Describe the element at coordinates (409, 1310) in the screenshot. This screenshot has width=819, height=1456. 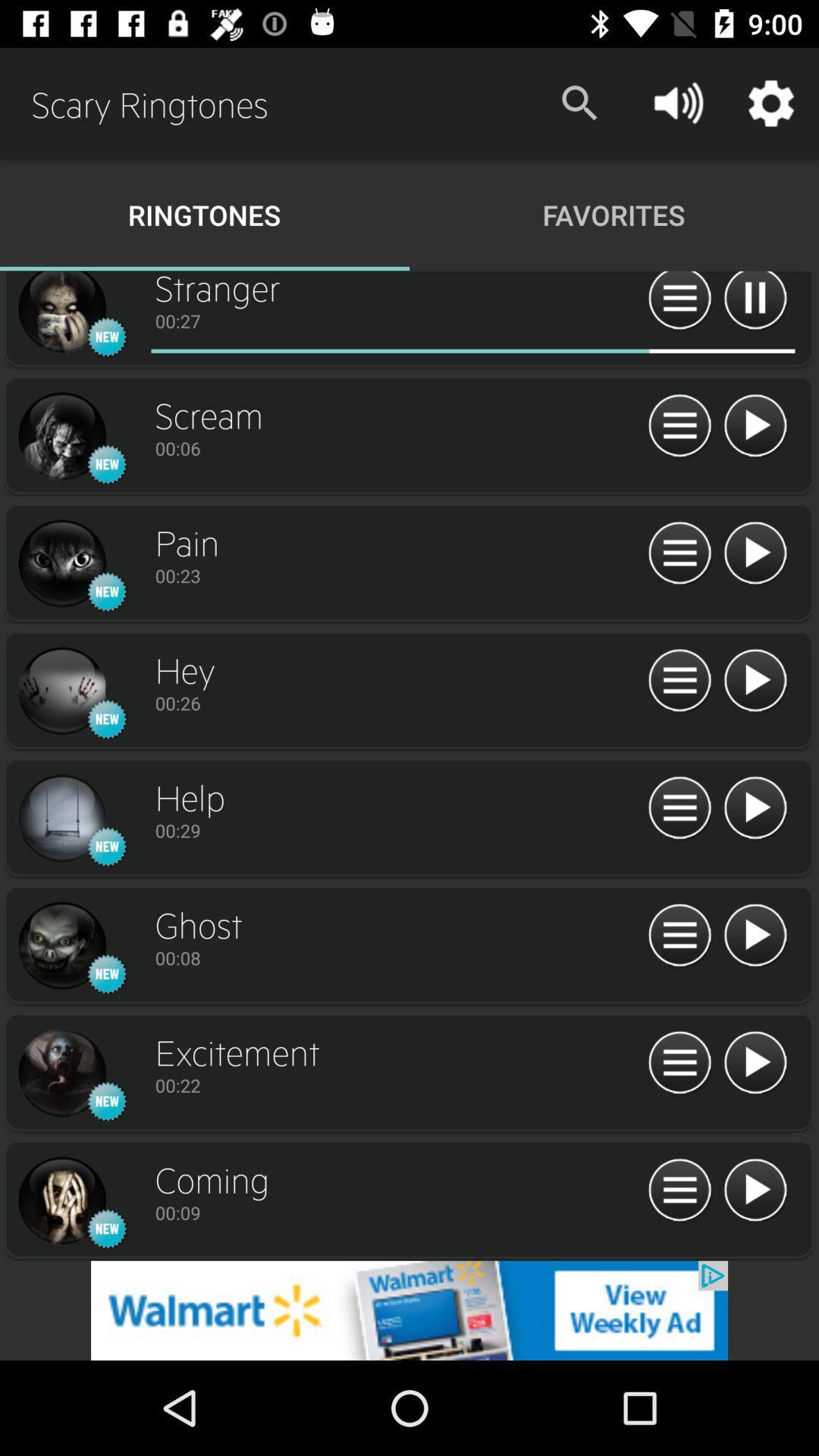
I see `the add` at that location.